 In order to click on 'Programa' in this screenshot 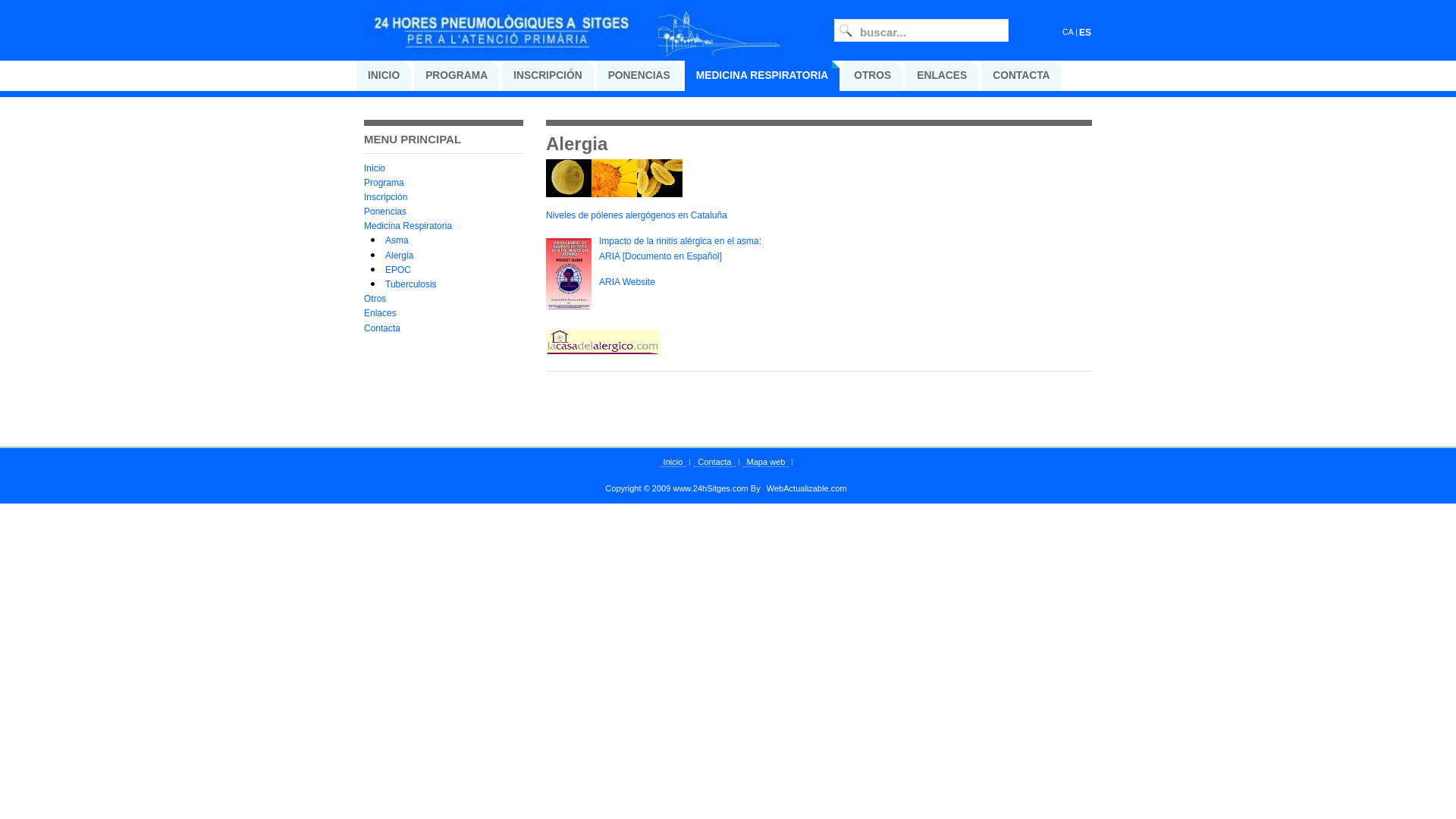, I will do `click(384, 181)`.